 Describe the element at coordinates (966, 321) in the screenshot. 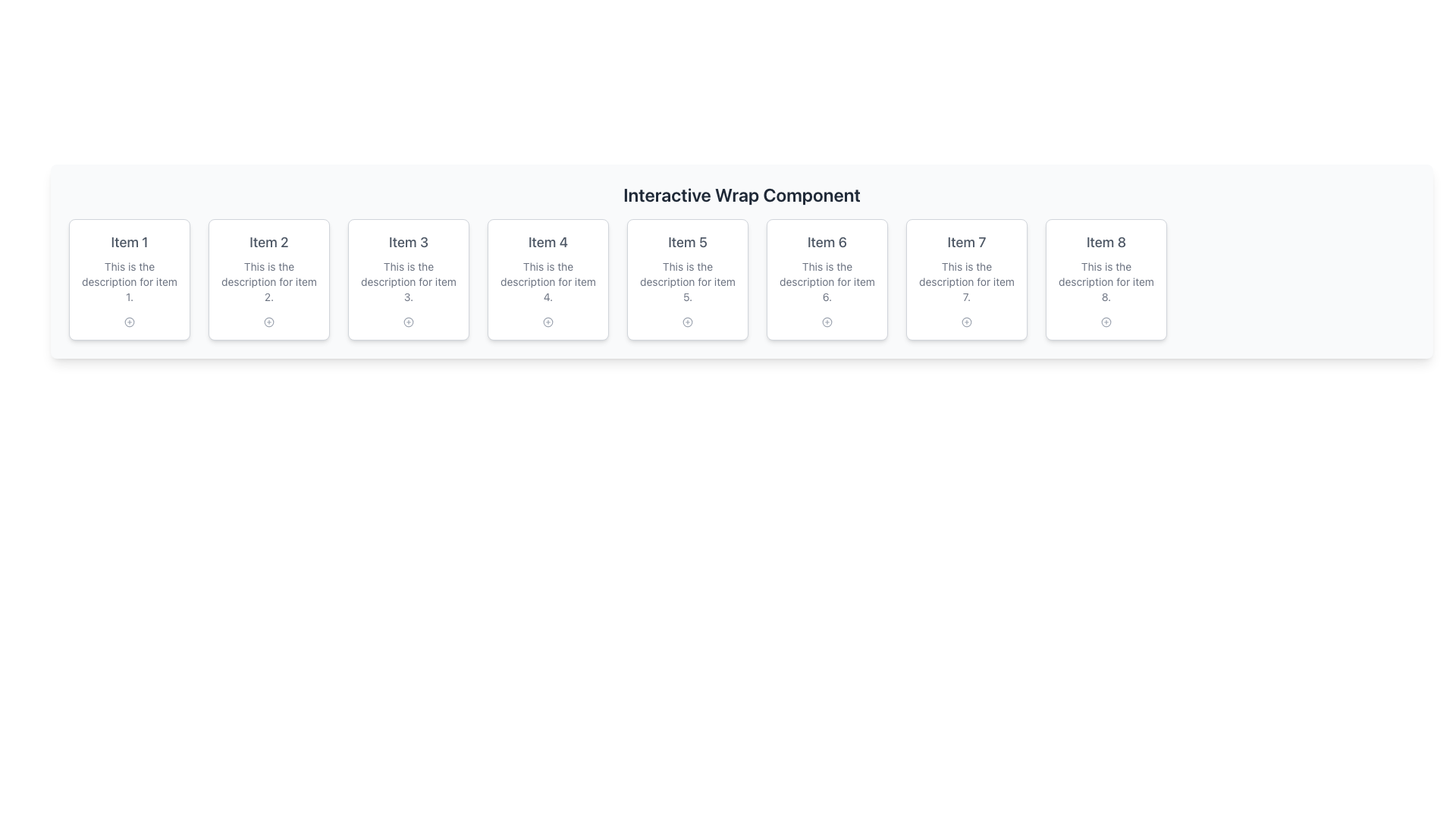

I see `the circular SVG graphic element located within the card labeled 'Item 7', which is the seventh card in a horizontal list` at that location.